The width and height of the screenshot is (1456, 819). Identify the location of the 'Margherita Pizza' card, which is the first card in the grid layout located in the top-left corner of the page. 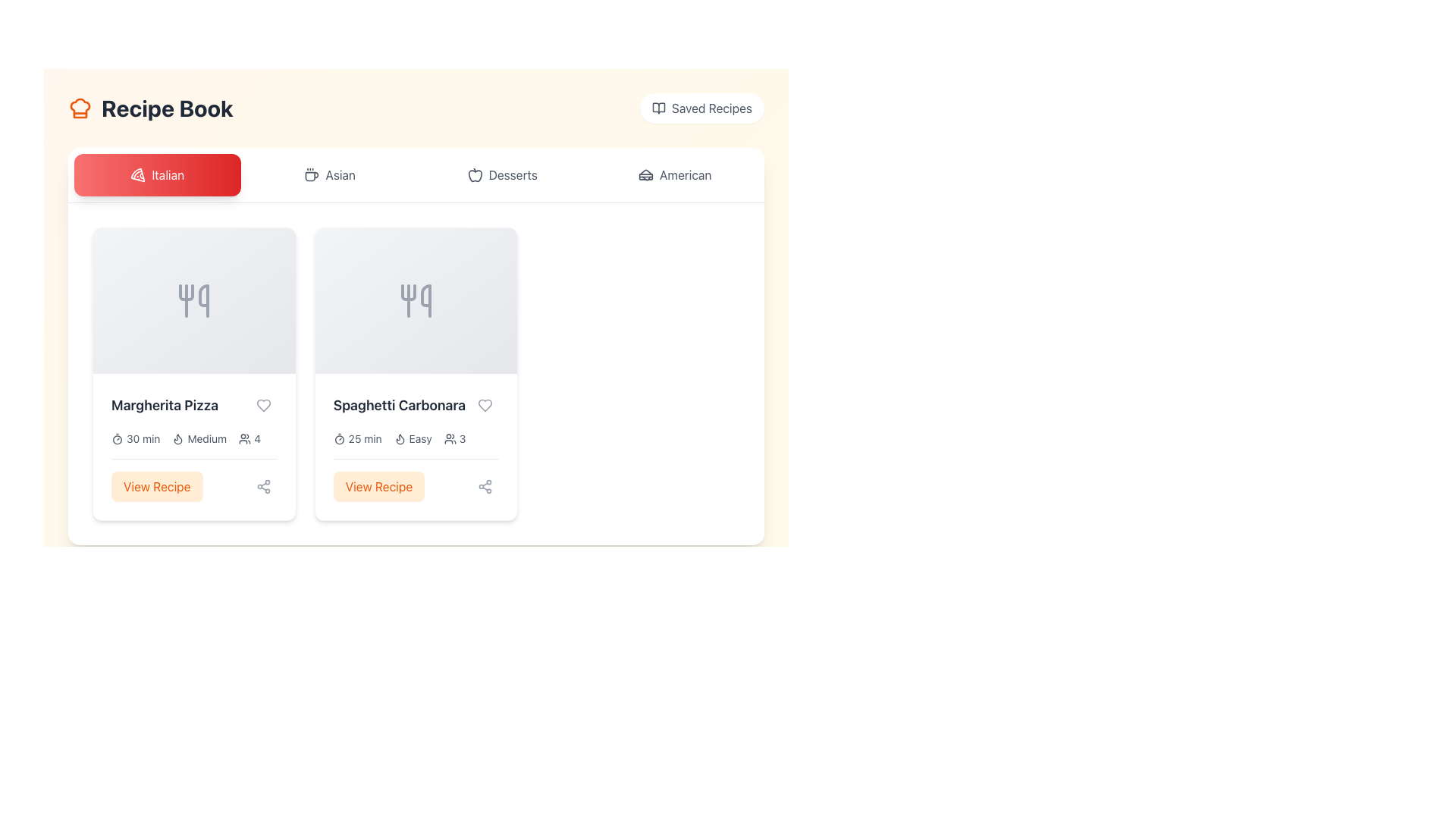
(193, 374).